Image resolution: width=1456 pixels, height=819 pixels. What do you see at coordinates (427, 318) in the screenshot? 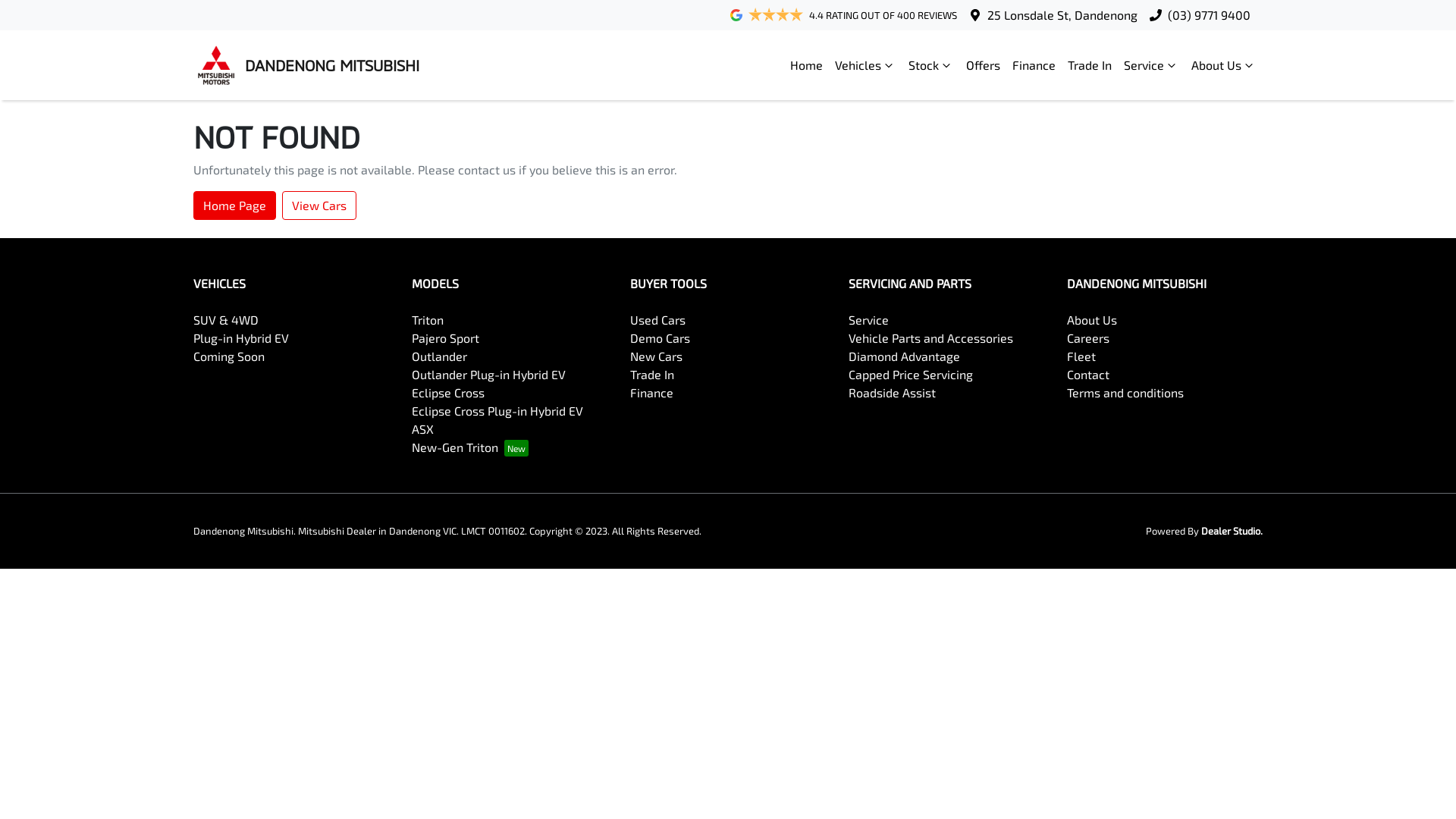
I see `'Triton'` at bounding box center [427, 318].